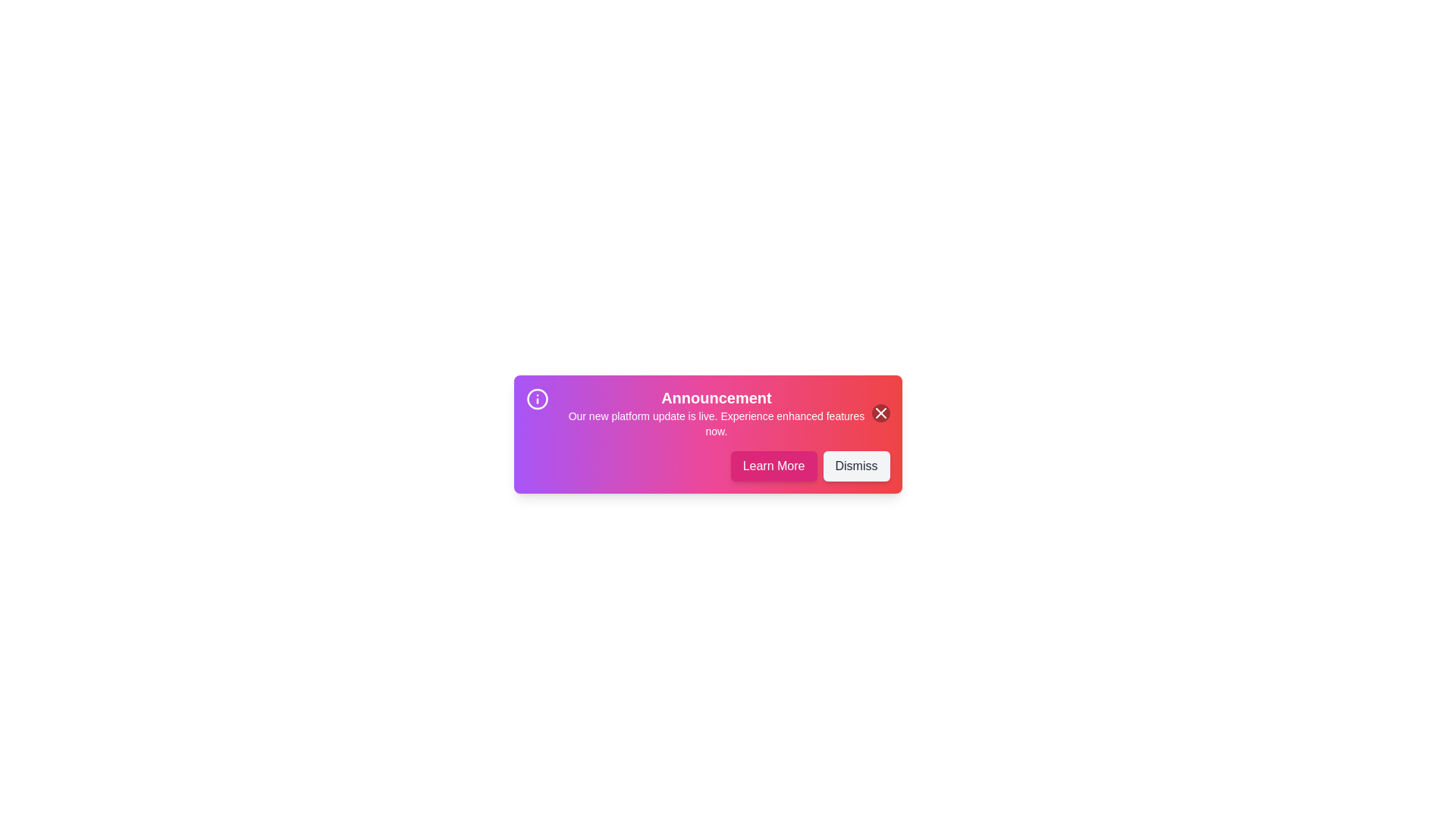 The width and height of the screenshot is (1456, 819). What do you see at coordinates (856, 465) in the screenshot?
I see `'Dismiss' button to close the alert` at bounding box center [856, 465].